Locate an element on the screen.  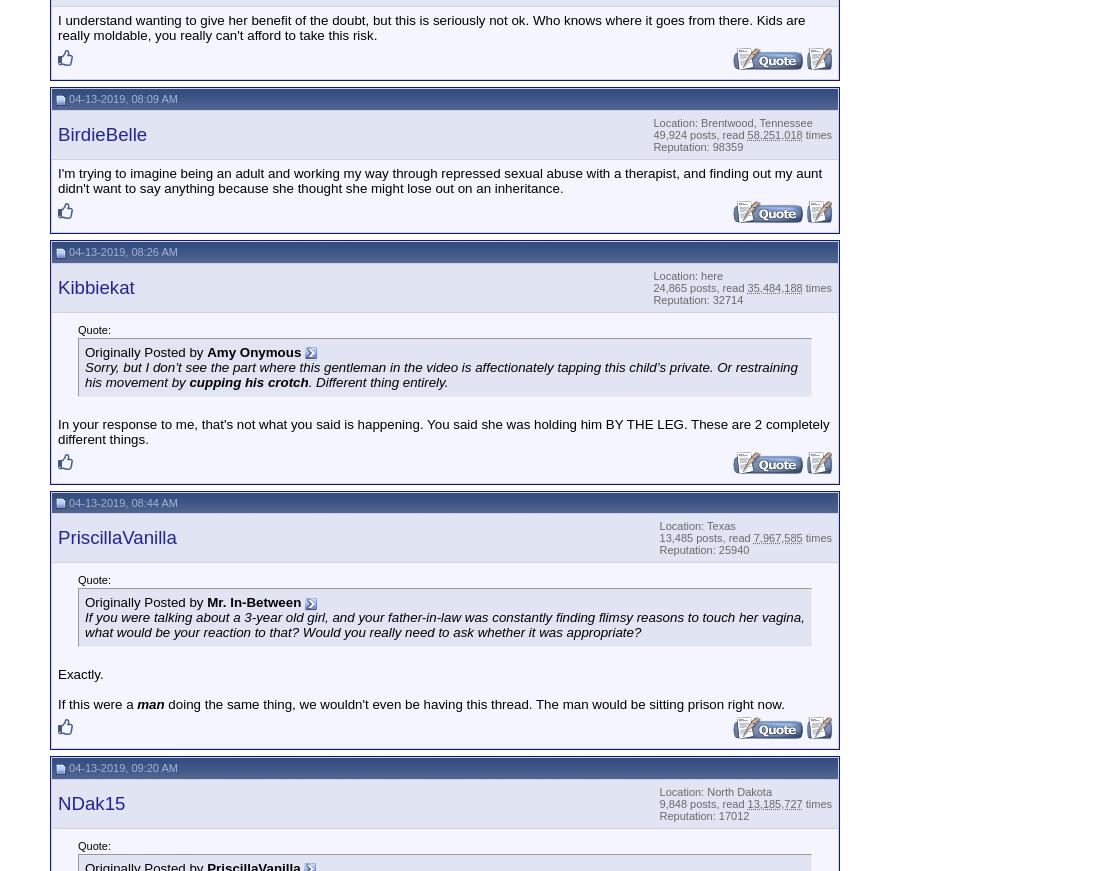
'Reputation: 17012' is located at coordinates (659, 814).